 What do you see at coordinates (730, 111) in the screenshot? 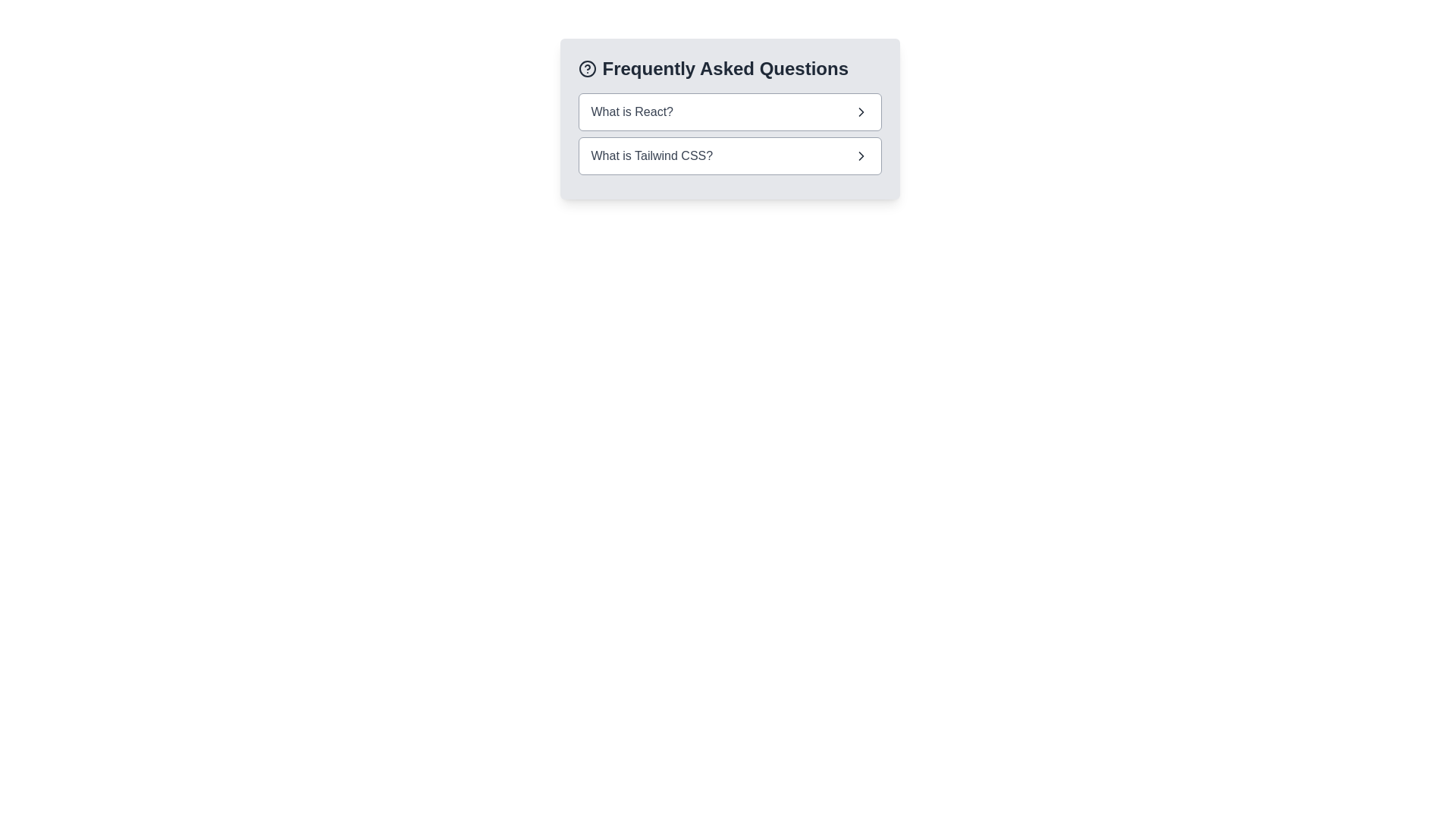
I see `the FAQ button-like list item that reveals more information about 'What is React?'` at bounding box center [730, 111].